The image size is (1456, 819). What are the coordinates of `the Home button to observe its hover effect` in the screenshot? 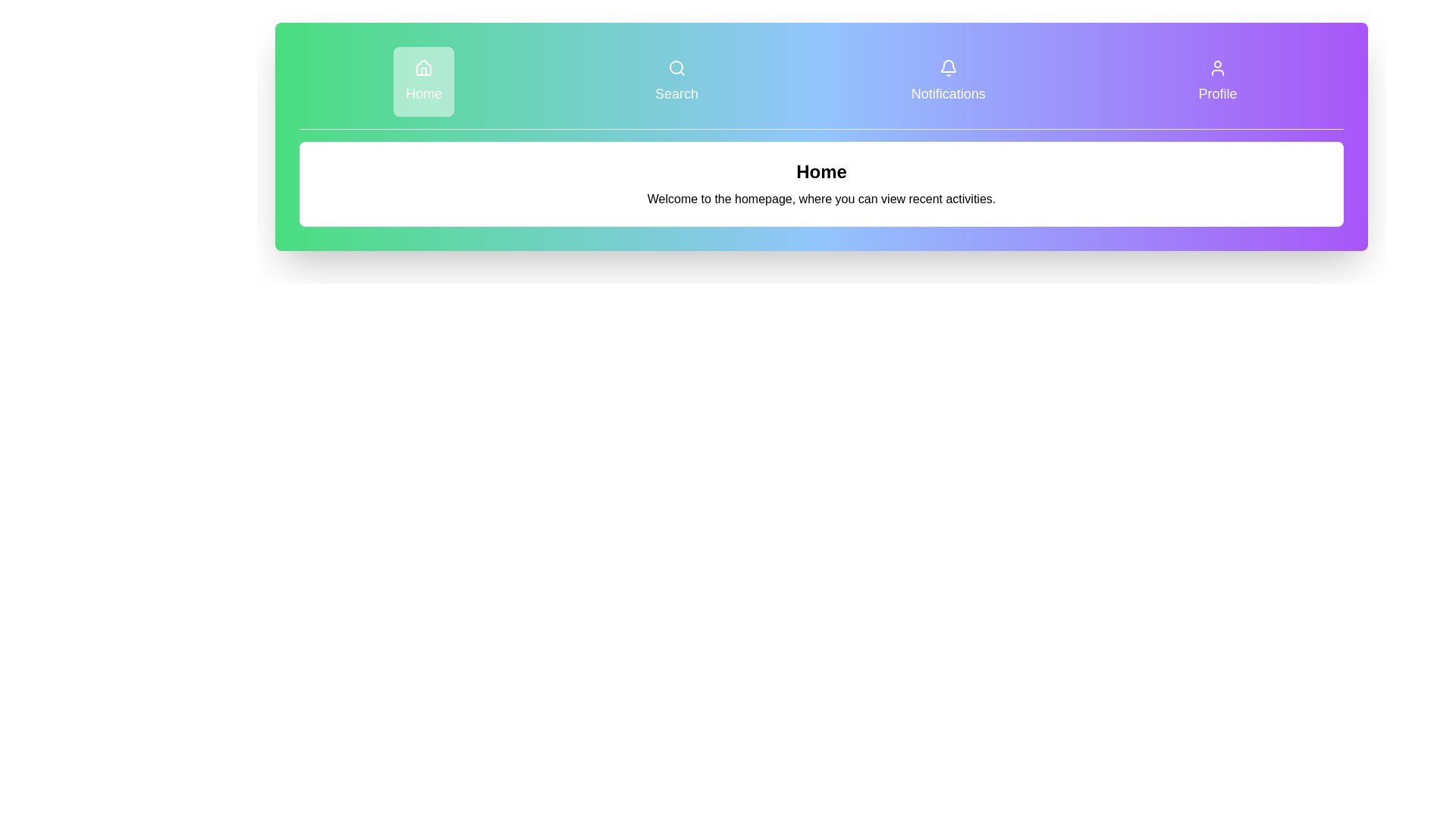 It's located at (423, 82).